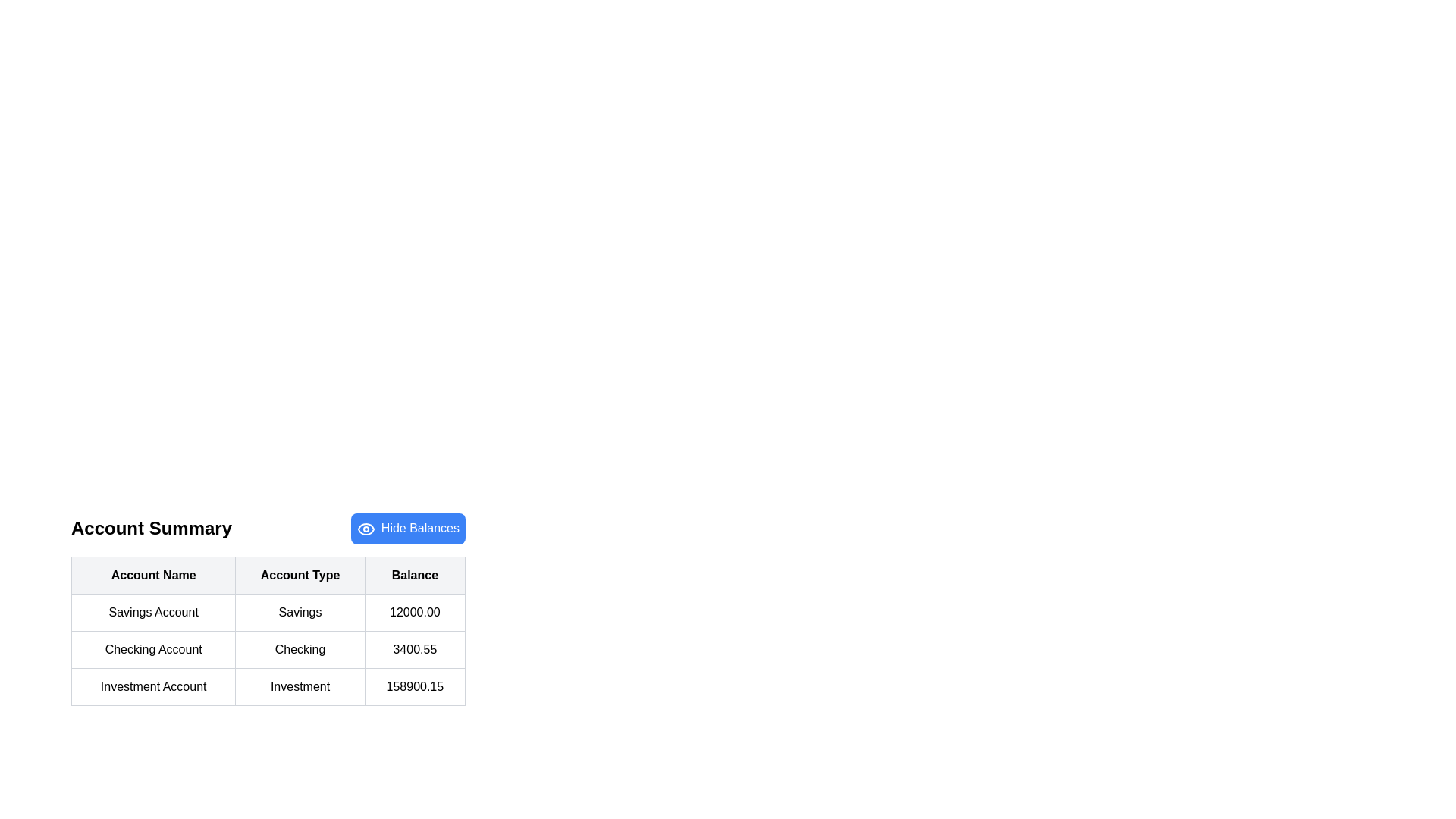  I want to click on the Text label that serves as the column header for the account balance values in the rightmost position of the three-column header row, so click(415, 575).